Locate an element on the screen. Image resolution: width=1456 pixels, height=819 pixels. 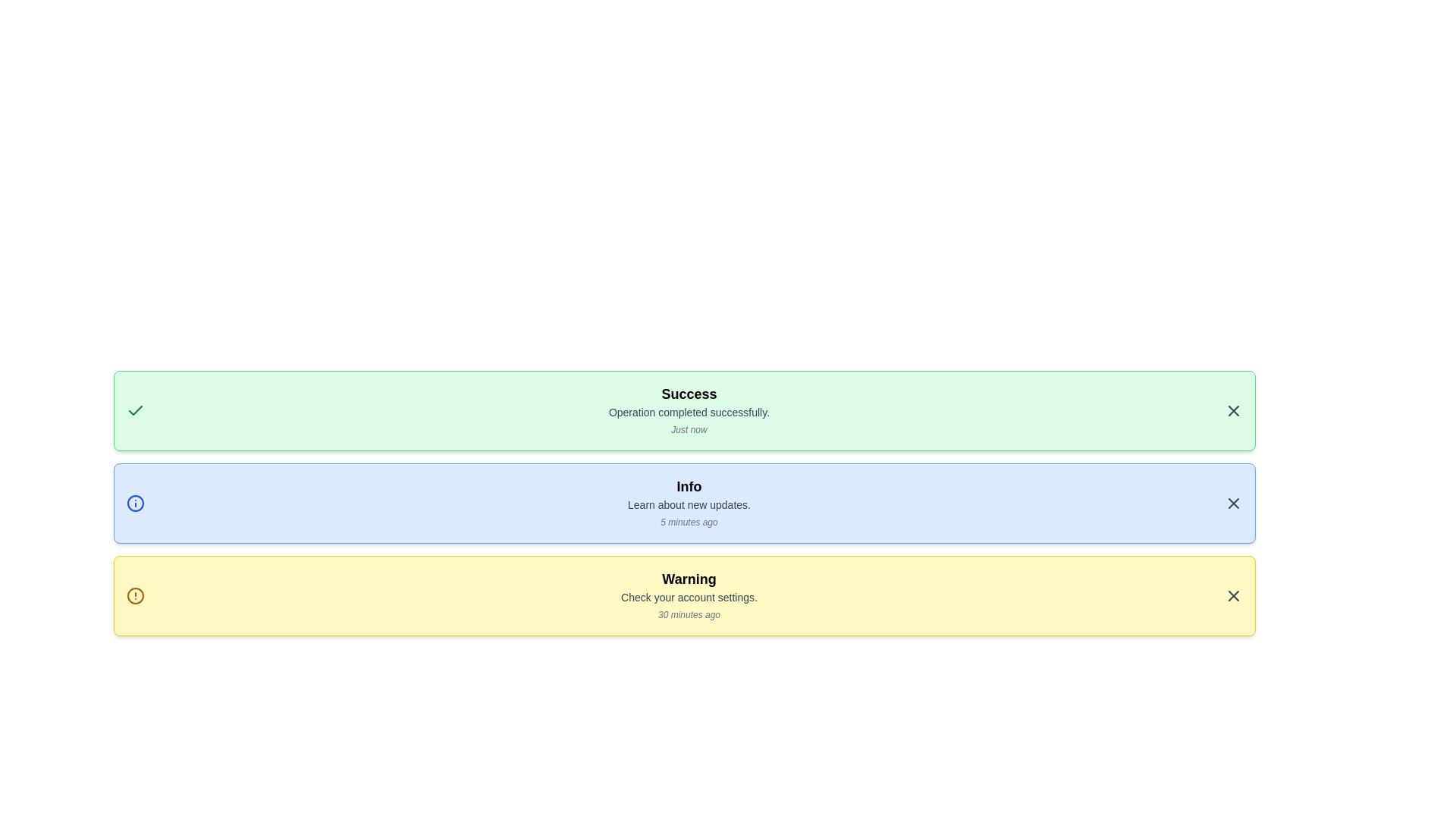
close button of the notification with title Info is located at coordinates (1234, 503).